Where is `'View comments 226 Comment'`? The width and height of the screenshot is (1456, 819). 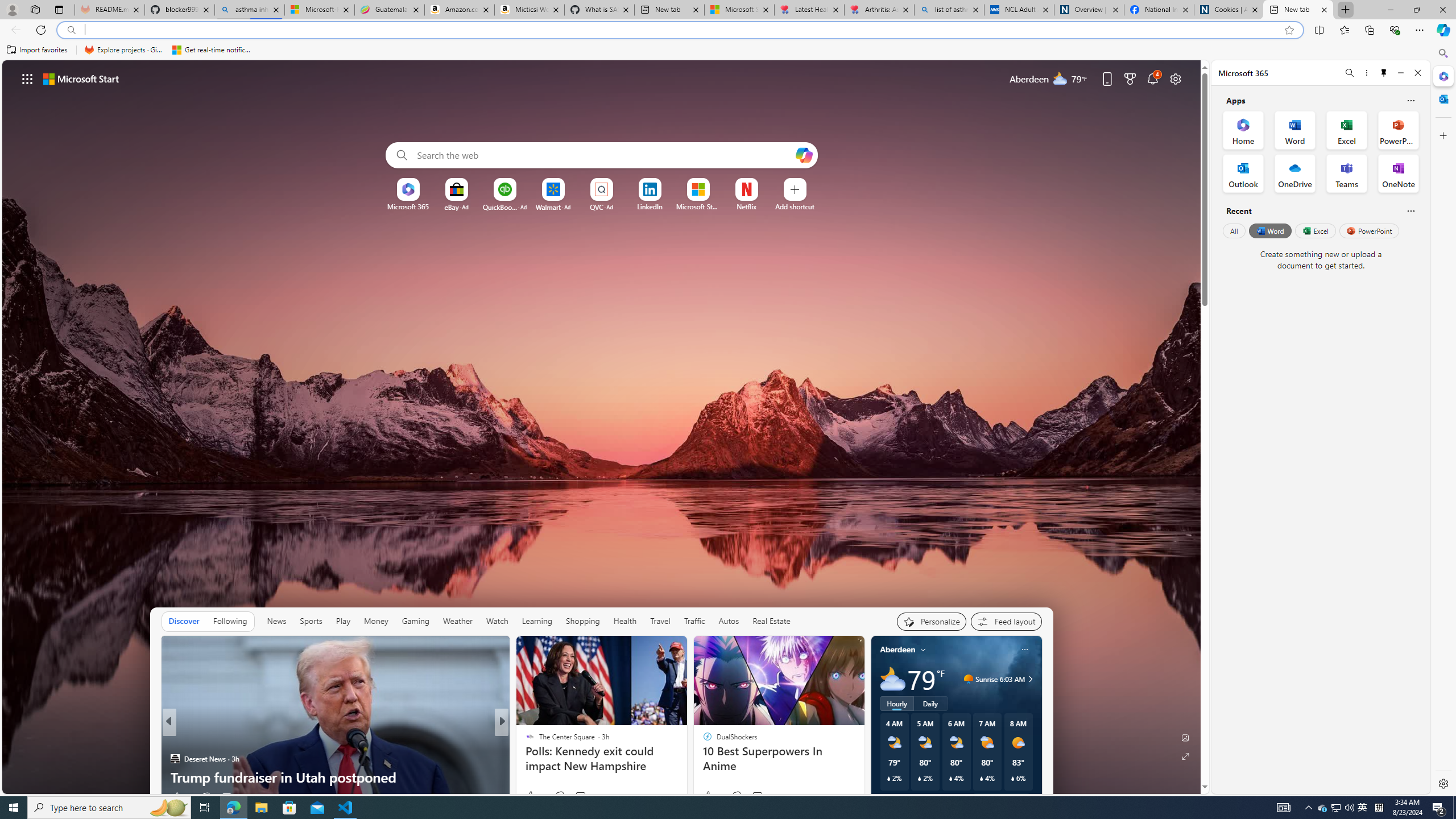
'View comments 226 Comment' is located at coordinates (584, 797).